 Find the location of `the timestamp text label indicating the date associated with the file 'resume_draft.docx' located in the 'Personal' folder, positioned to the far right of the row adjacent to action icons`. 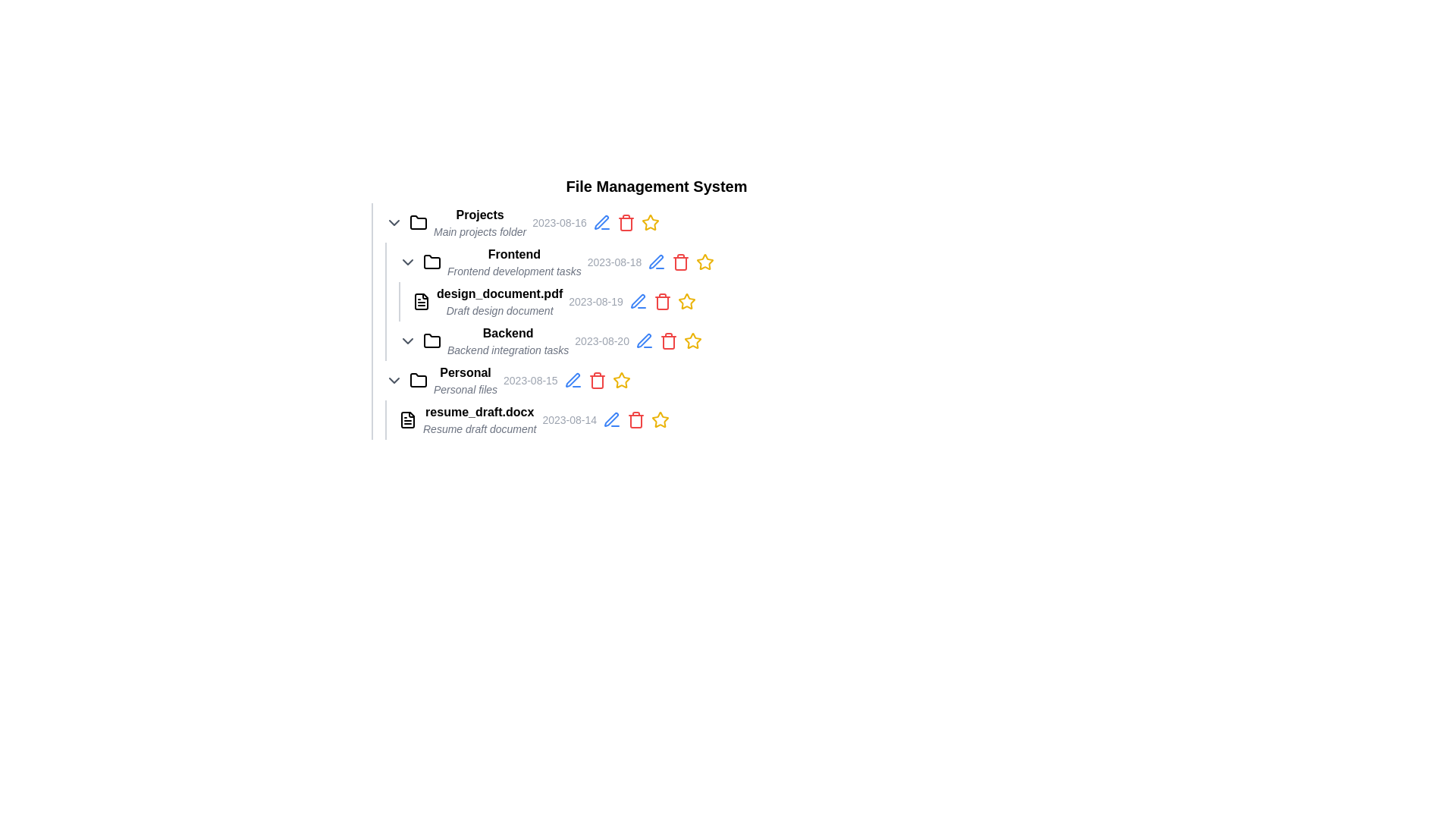

the timestamp text label indicating the date associated with the file 'resume_draft.docx' located in the 'Personal' folder, positioned to the far right of the row adjacent to action icons is located at coordinates (569, 420).